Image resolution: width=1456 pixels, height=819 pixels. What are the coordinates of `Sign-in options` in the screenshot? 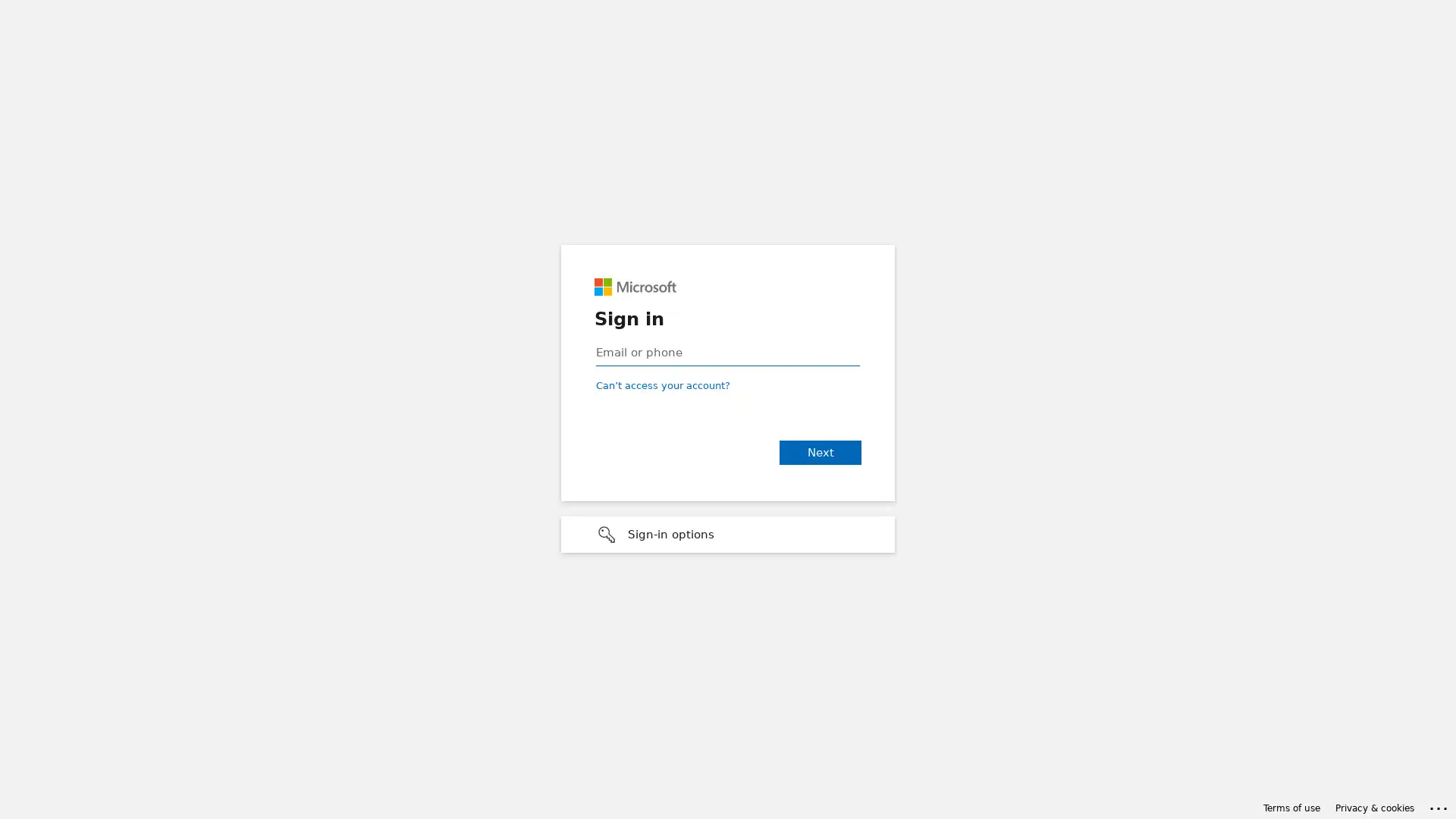 It's located at (728, 534).